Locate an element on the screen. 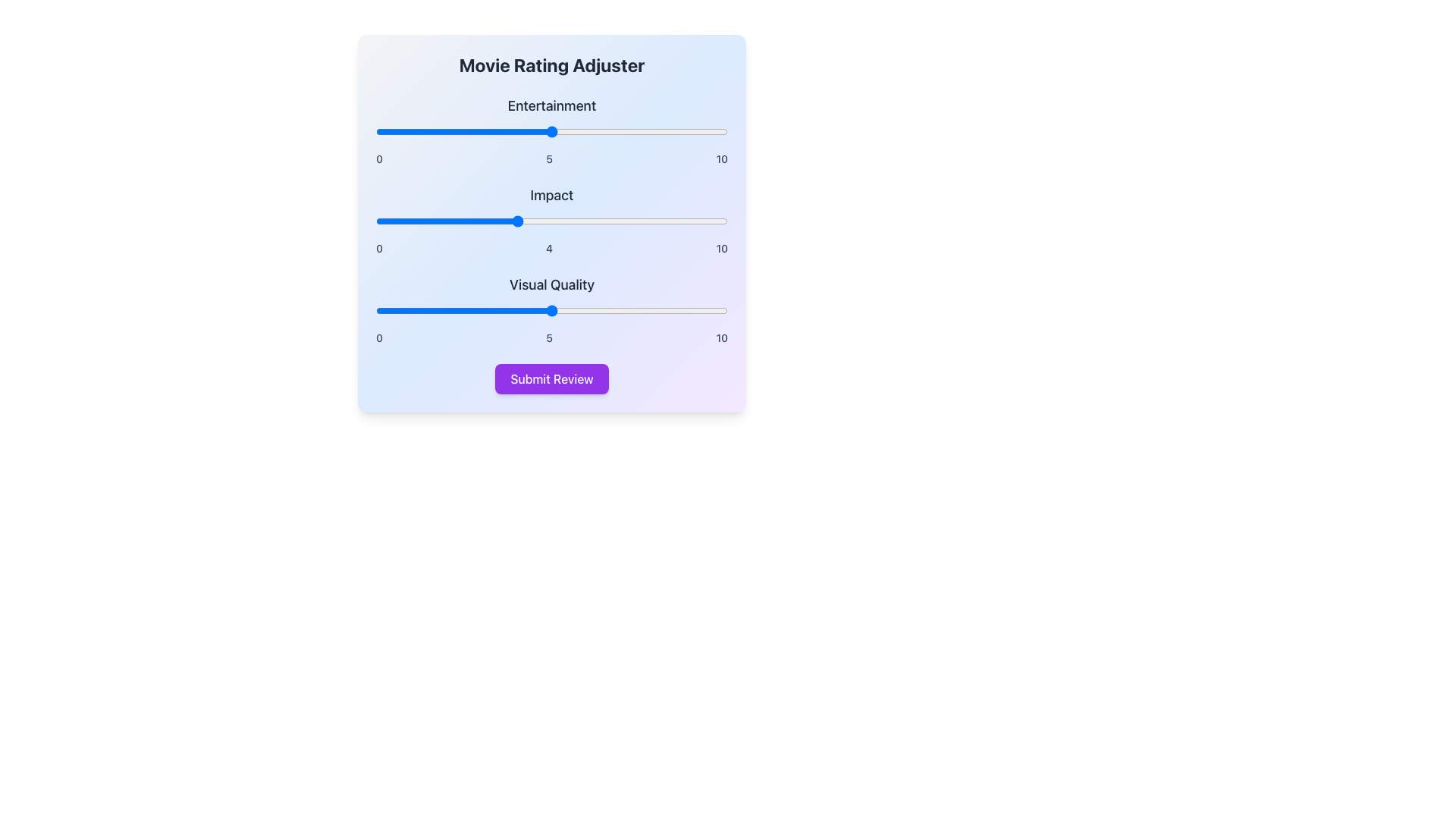 Image resolution: width=1456 pixels, height=819 pixels. the small text label displaying the numeral '0', which is positioned adjacent to the 'Visual Quality' slider on the left side is located at coordinates (379, 337).